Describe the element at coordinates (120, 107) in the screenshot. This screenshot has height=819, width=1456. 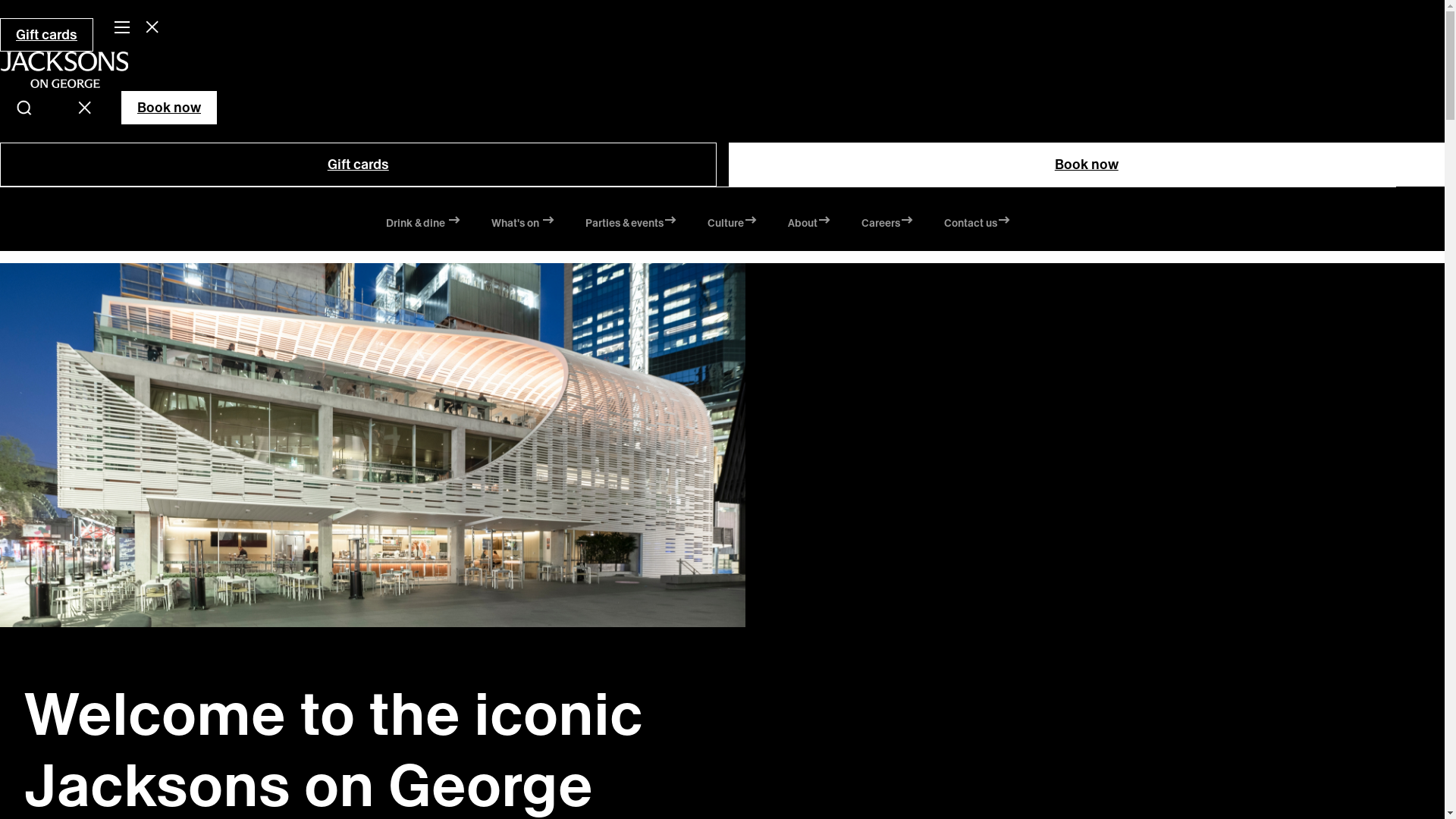
I see `'Book now'` at that location.